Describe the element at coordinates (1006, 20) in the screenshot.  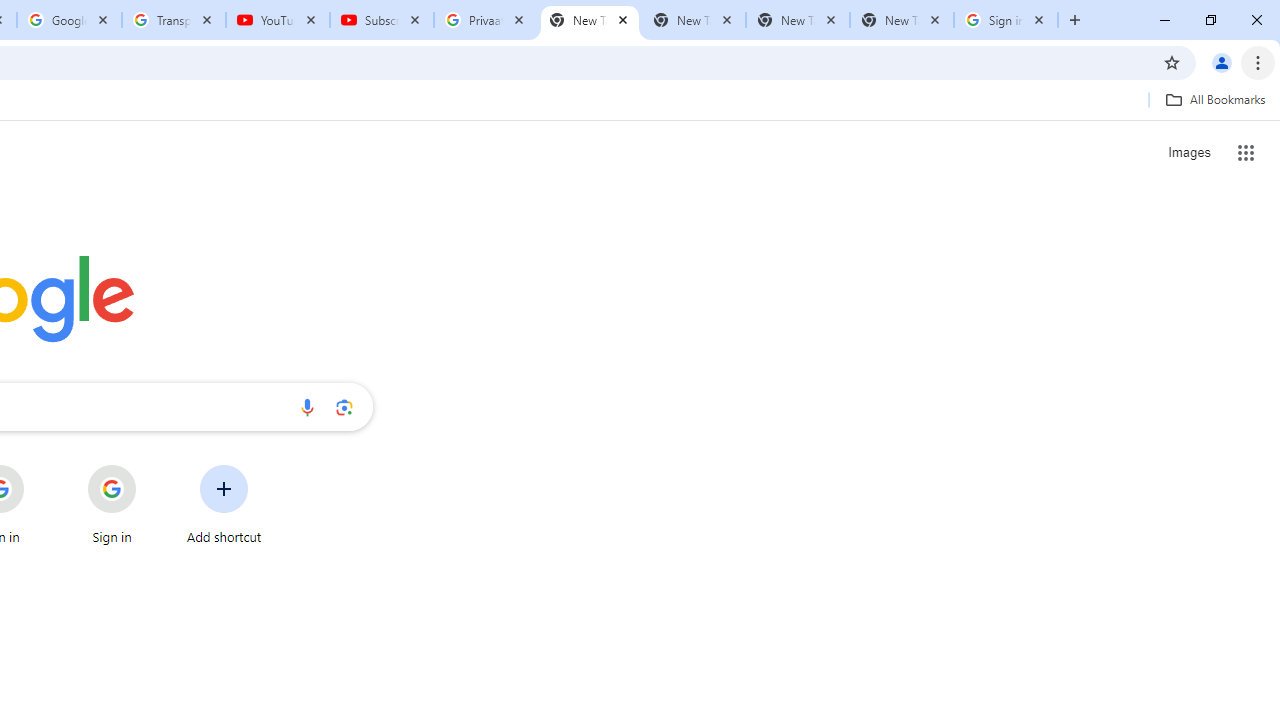
I see `'Sign in - Google Accounts'` at that location.